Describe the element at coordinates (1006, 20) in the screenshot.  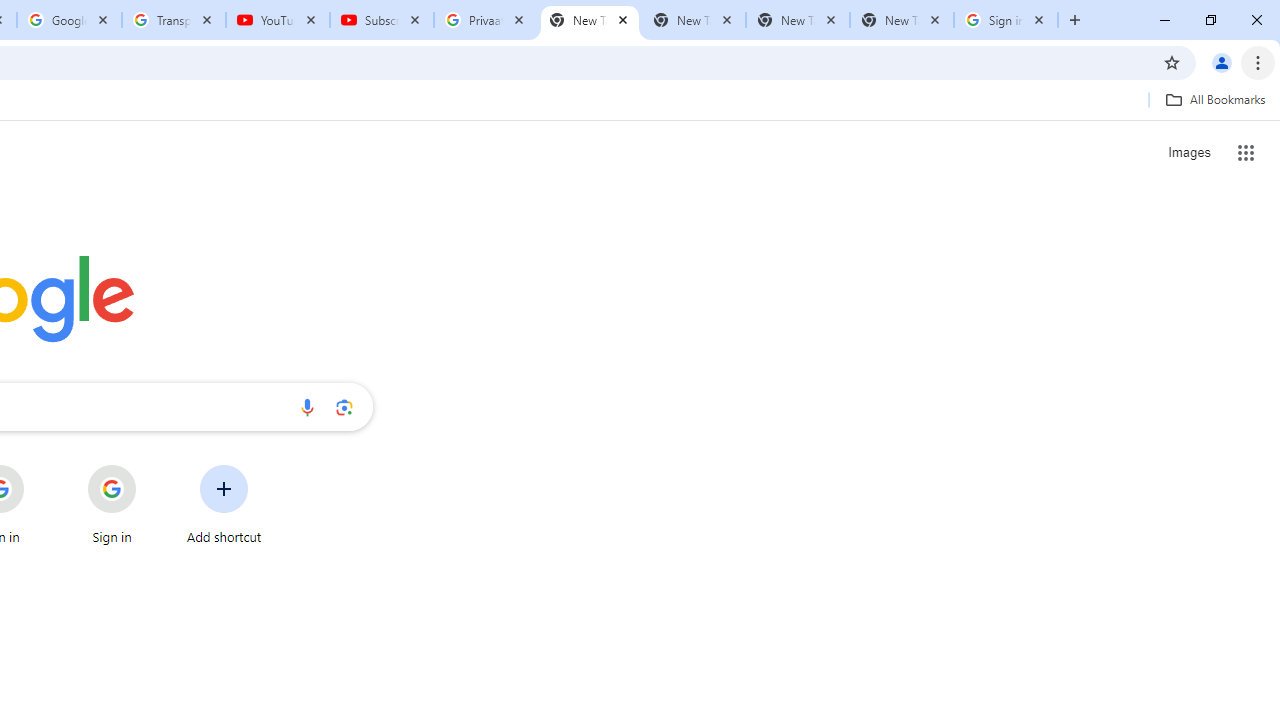
I see `'Sign in - Google Accounts'` at that location.